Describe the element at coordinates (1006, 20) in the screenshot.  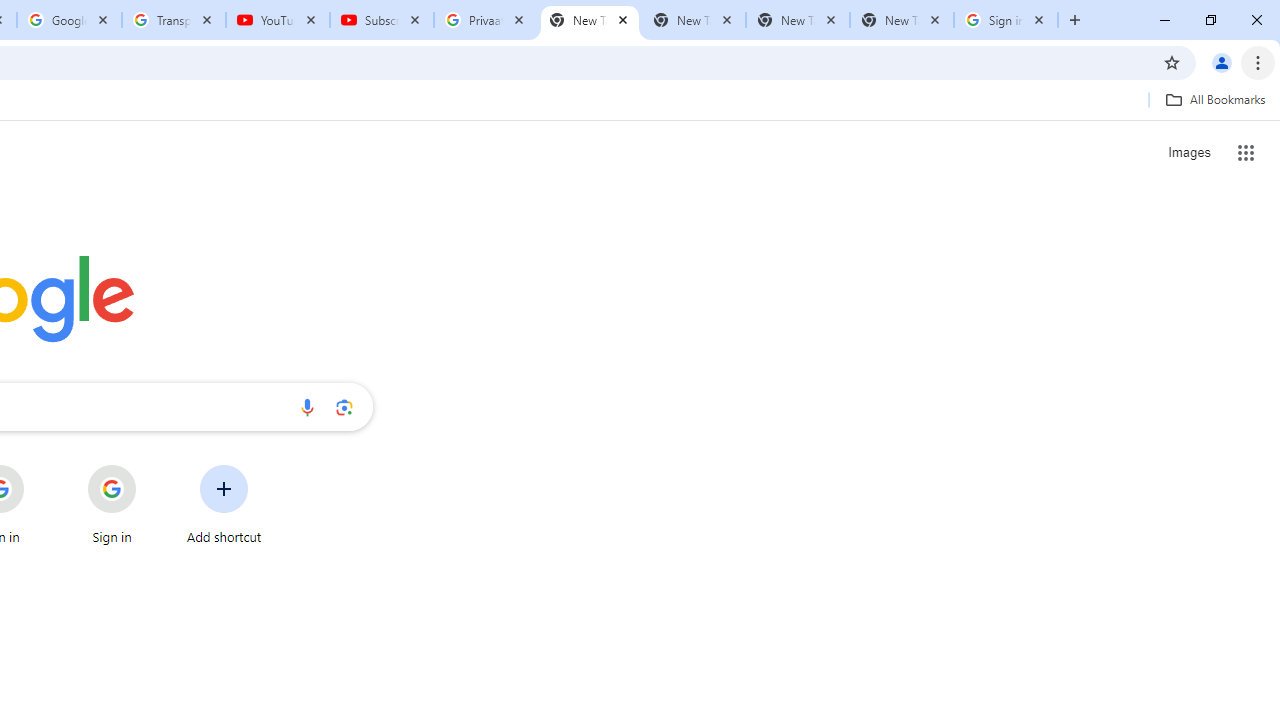
I see `'Sign in - Google Accounts'` at that location.